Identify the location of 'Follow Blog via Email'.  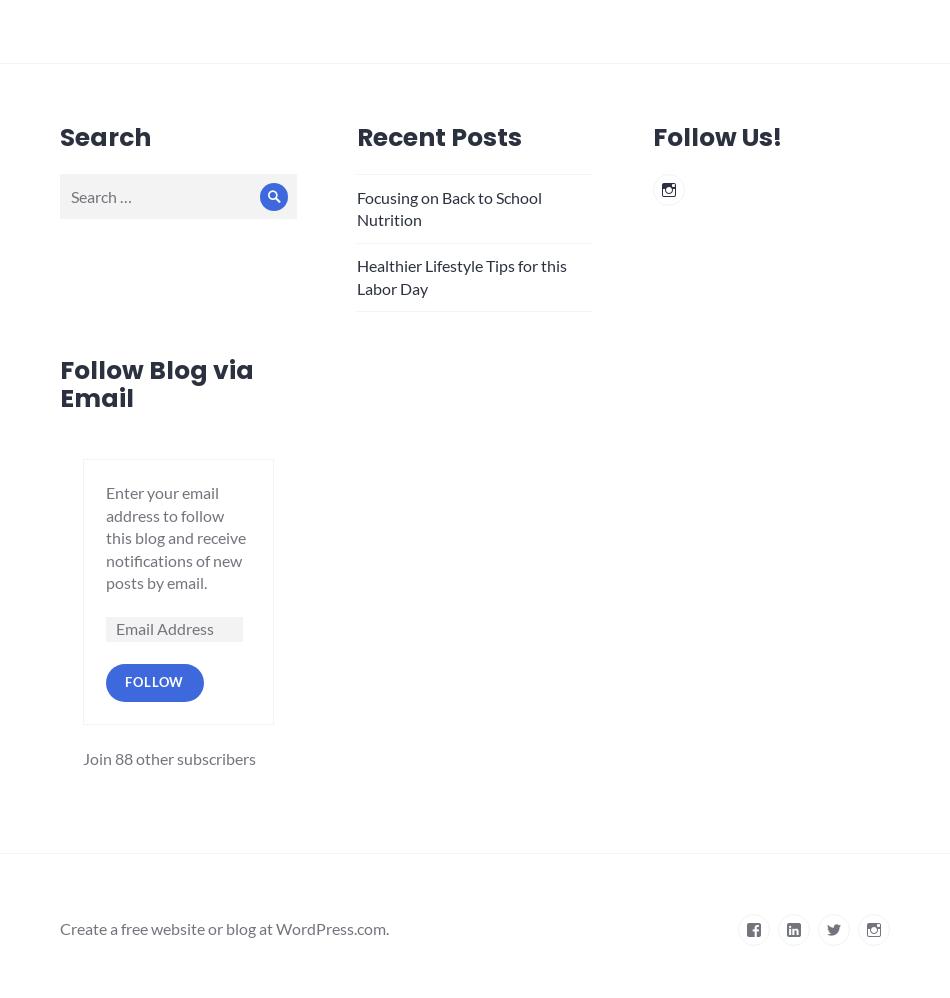
(157, 383).